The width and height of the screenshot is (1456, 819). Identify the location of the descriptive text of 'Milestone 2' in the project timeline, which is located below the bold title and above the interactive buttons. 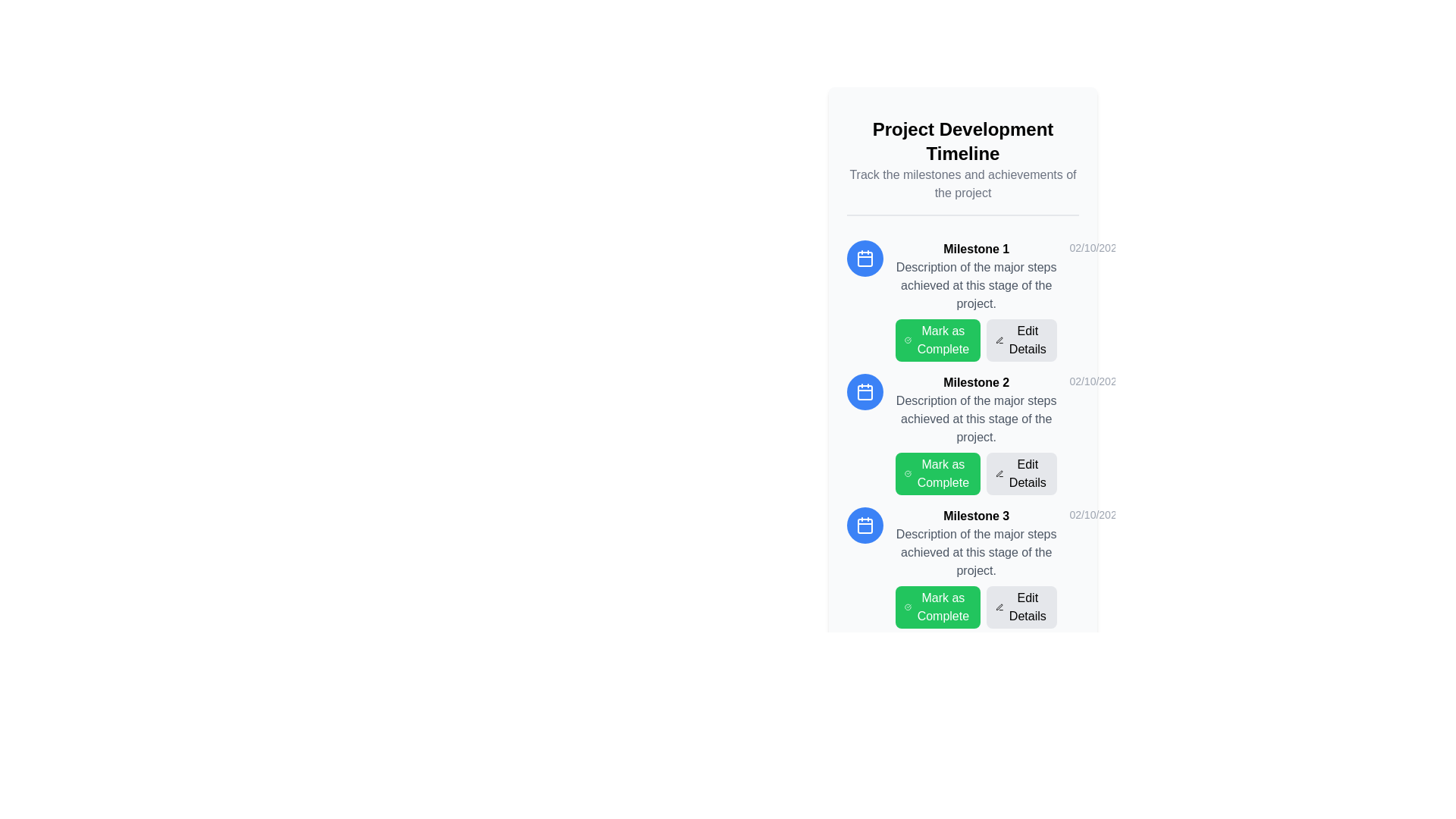
(962, 435).